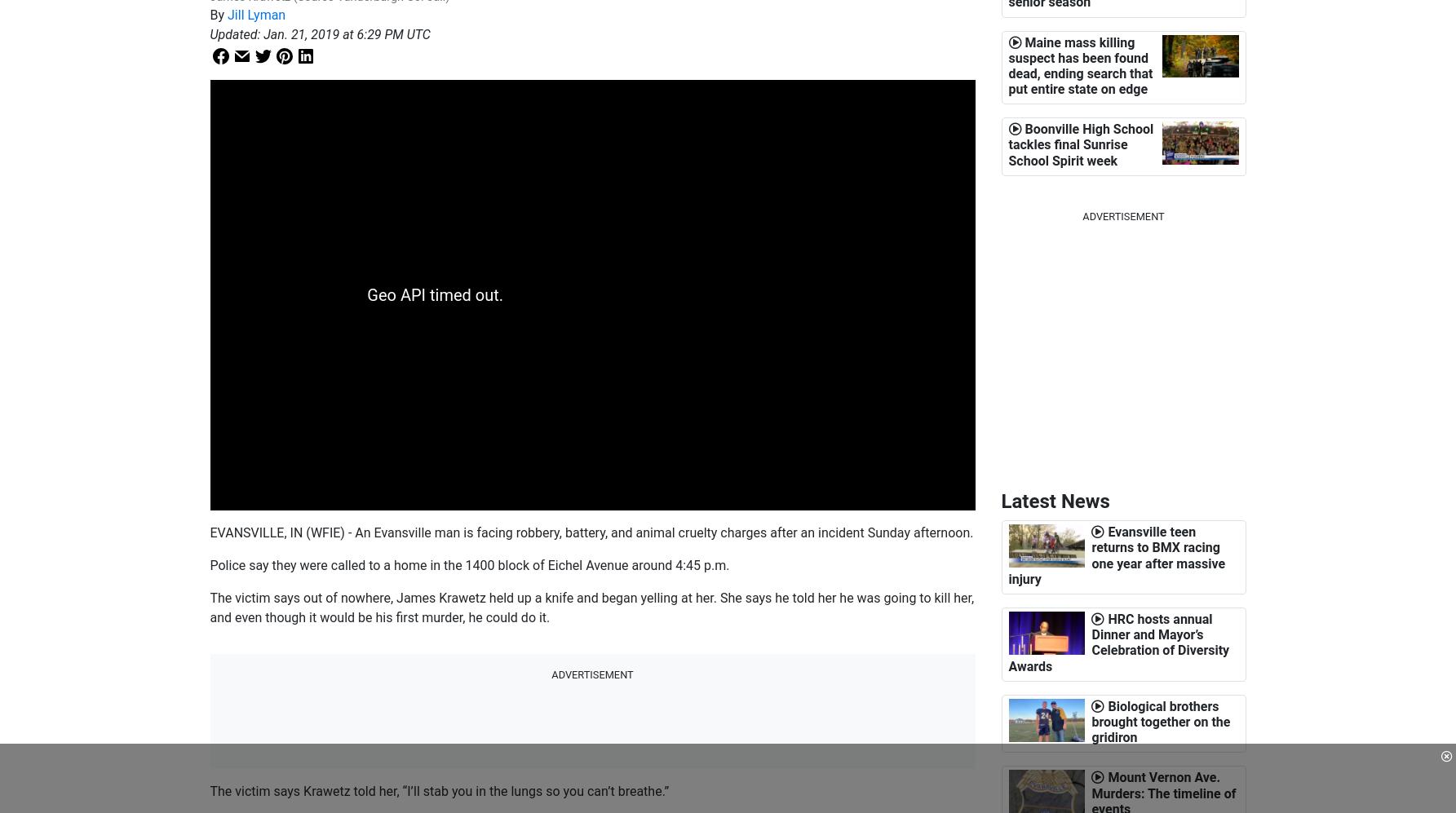 Image resolution: width=1456 pixels, height=813 pixels. Describe the element at coordinates (469, 563) in the screenshot. I see `'Police say they were called to a home in the 1400 block of Eichel Avenue around 4:45 p.m.'` at that location.